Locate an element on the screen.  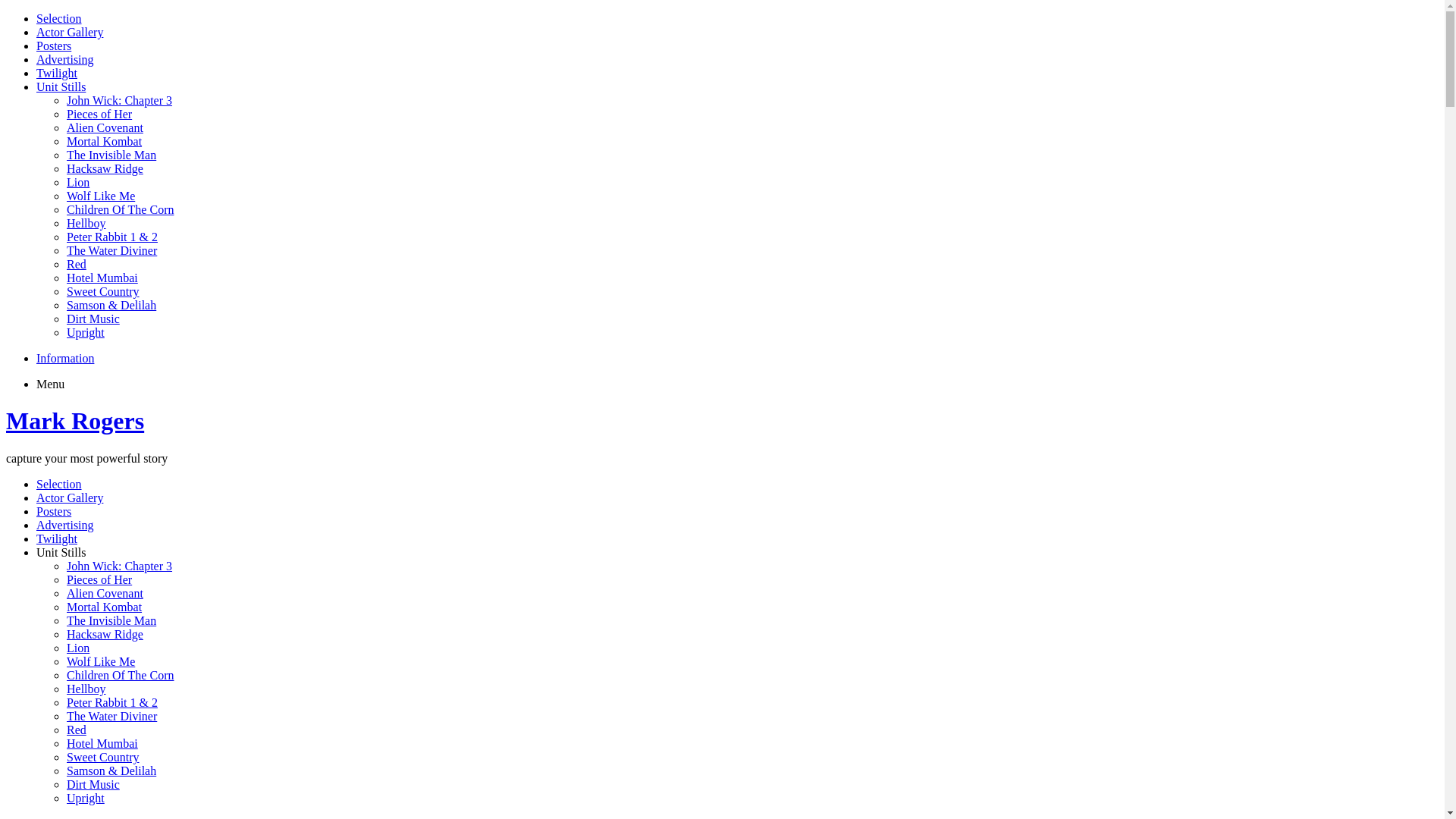
'Information' is located at coordinates (64, 358).